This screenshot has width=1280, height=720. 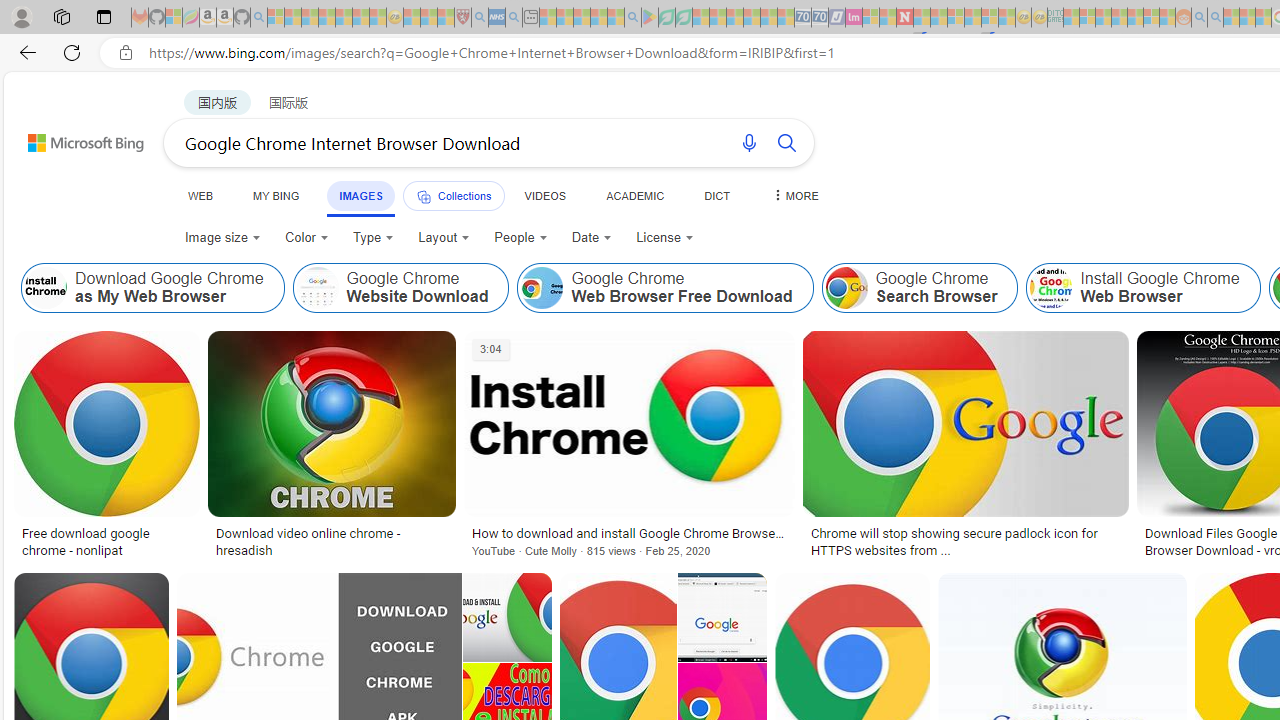 What do you see at coordinates (853, 17) in the screenshot?
I see `'Jobs - lastminute.com Investor Portal - Sleeping'` at bounding box center [853, 17].